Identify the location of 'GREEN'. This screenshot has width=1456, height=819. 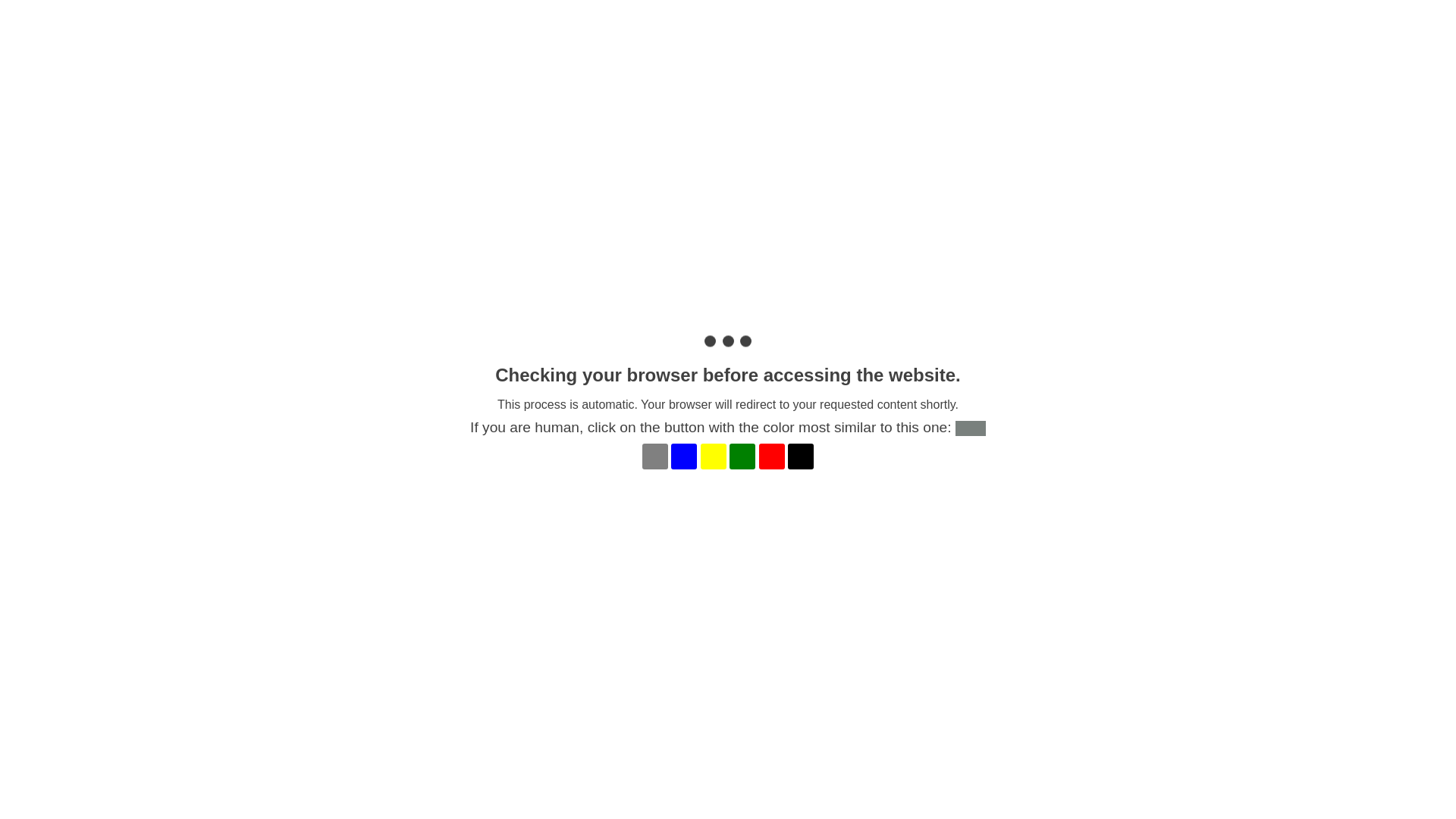
(742, 455).